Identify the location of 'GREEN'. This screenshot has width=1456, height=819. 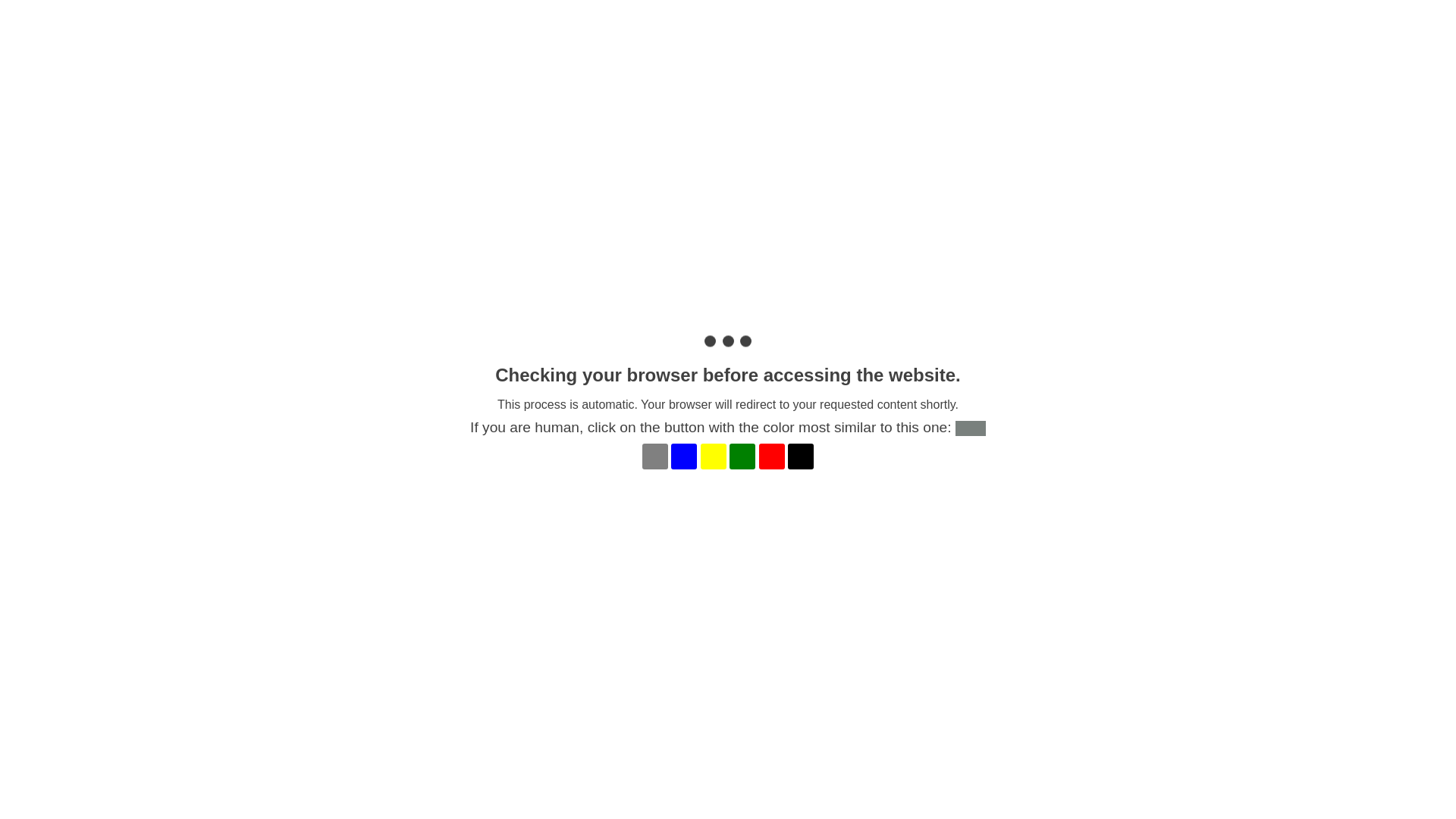
(742, 455).